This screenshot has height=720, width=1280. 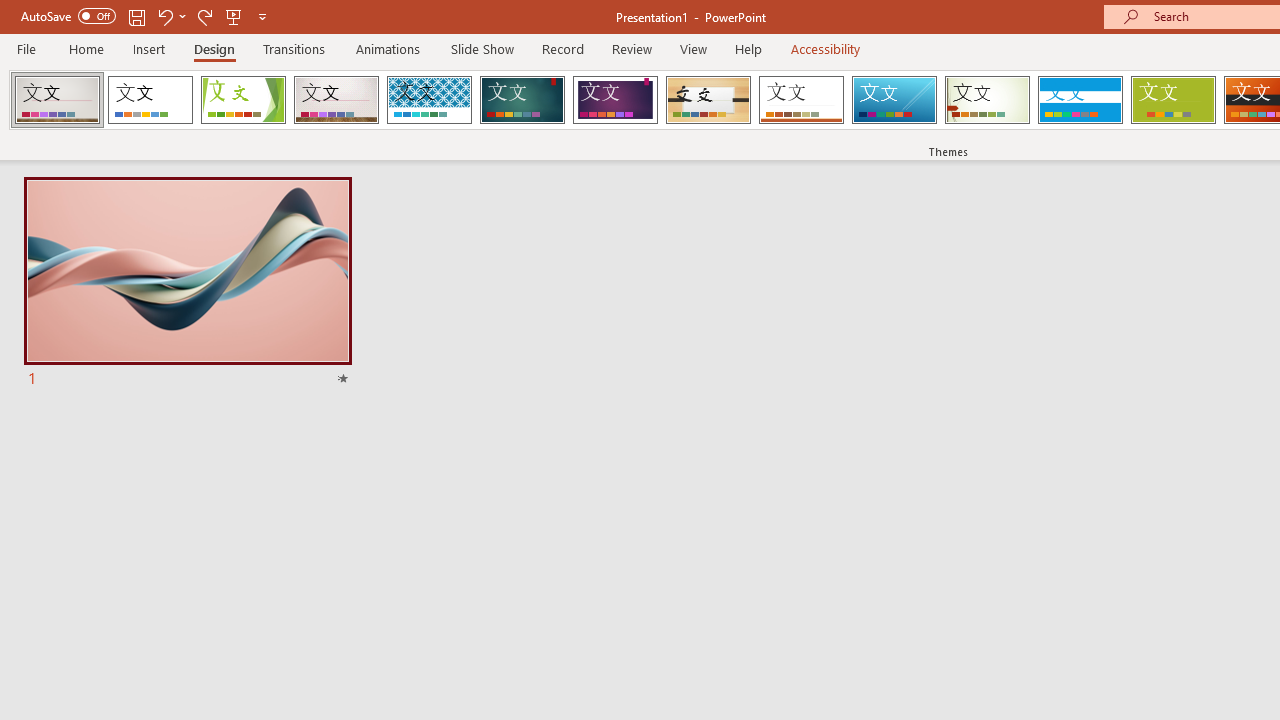 I want to click on 'Ion Boardroom', so click(x=614, y=100).